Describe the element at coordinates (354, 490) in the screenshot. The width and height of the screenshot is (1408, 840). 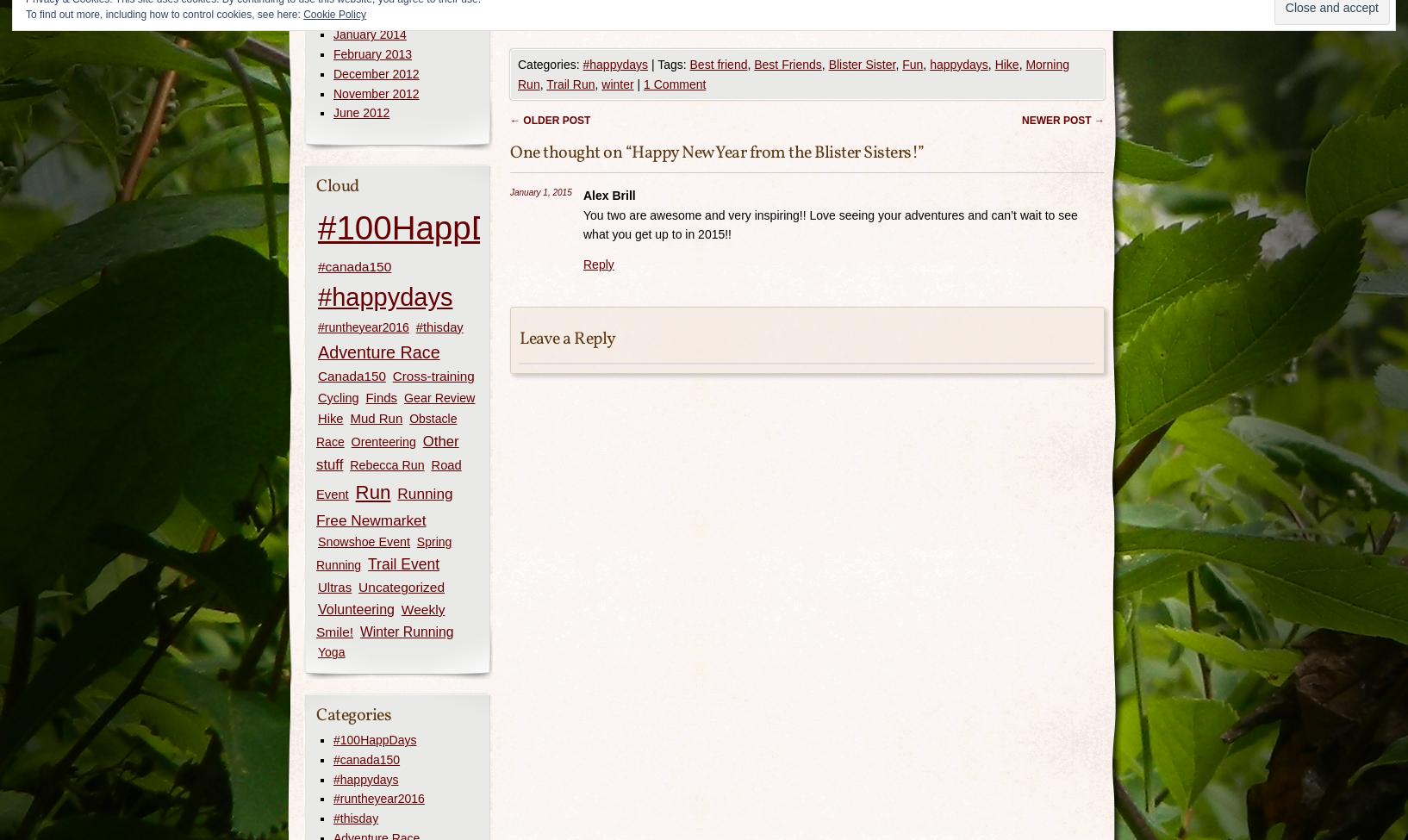
I see `'Run'` at that location.